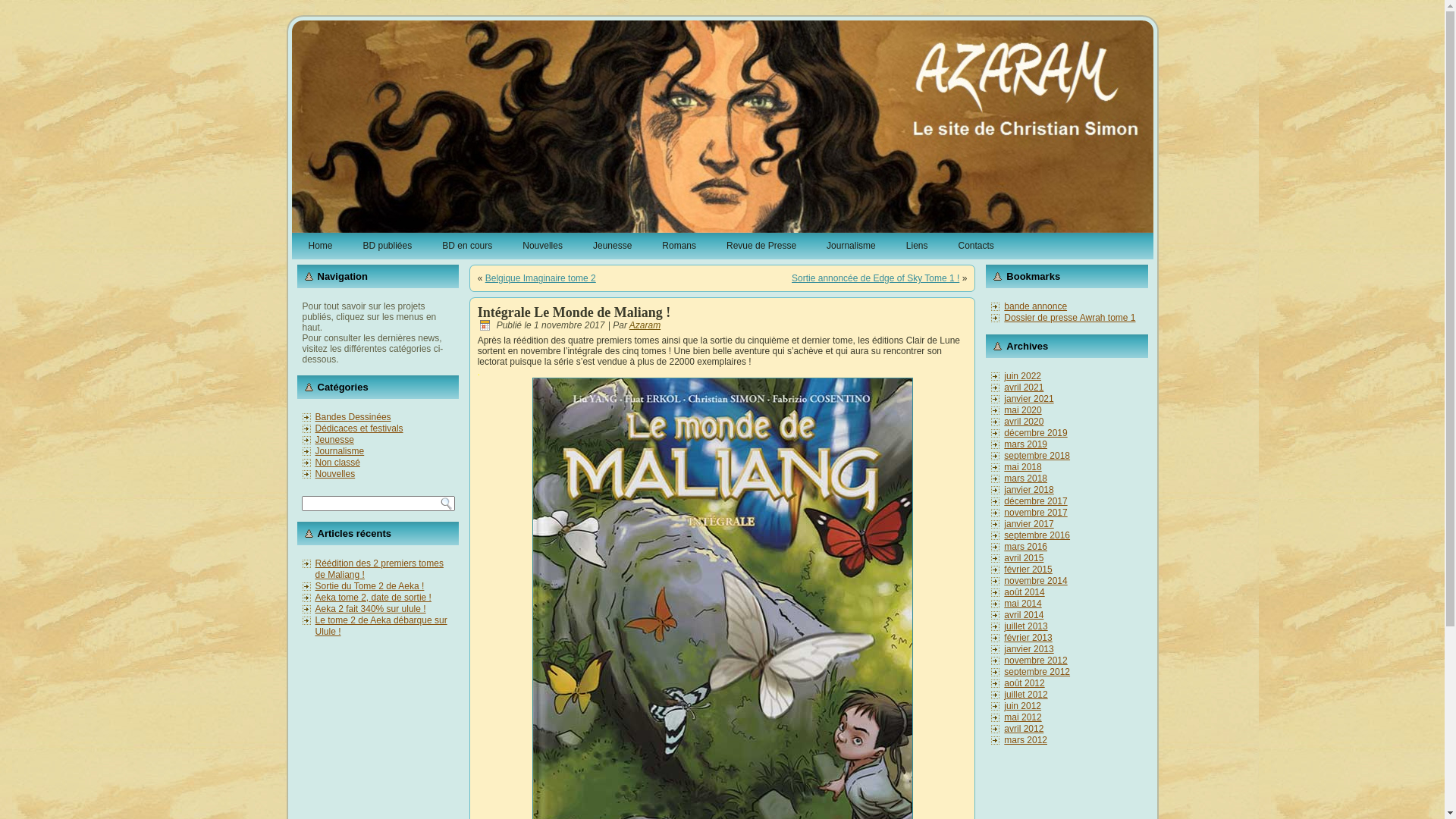 The height and width of the screenshot is (819, 1456). What do you see at coordinates (1004, 648) in the screenshot?
I see `'janvier 2013'` at bounding box center [1004, 648].